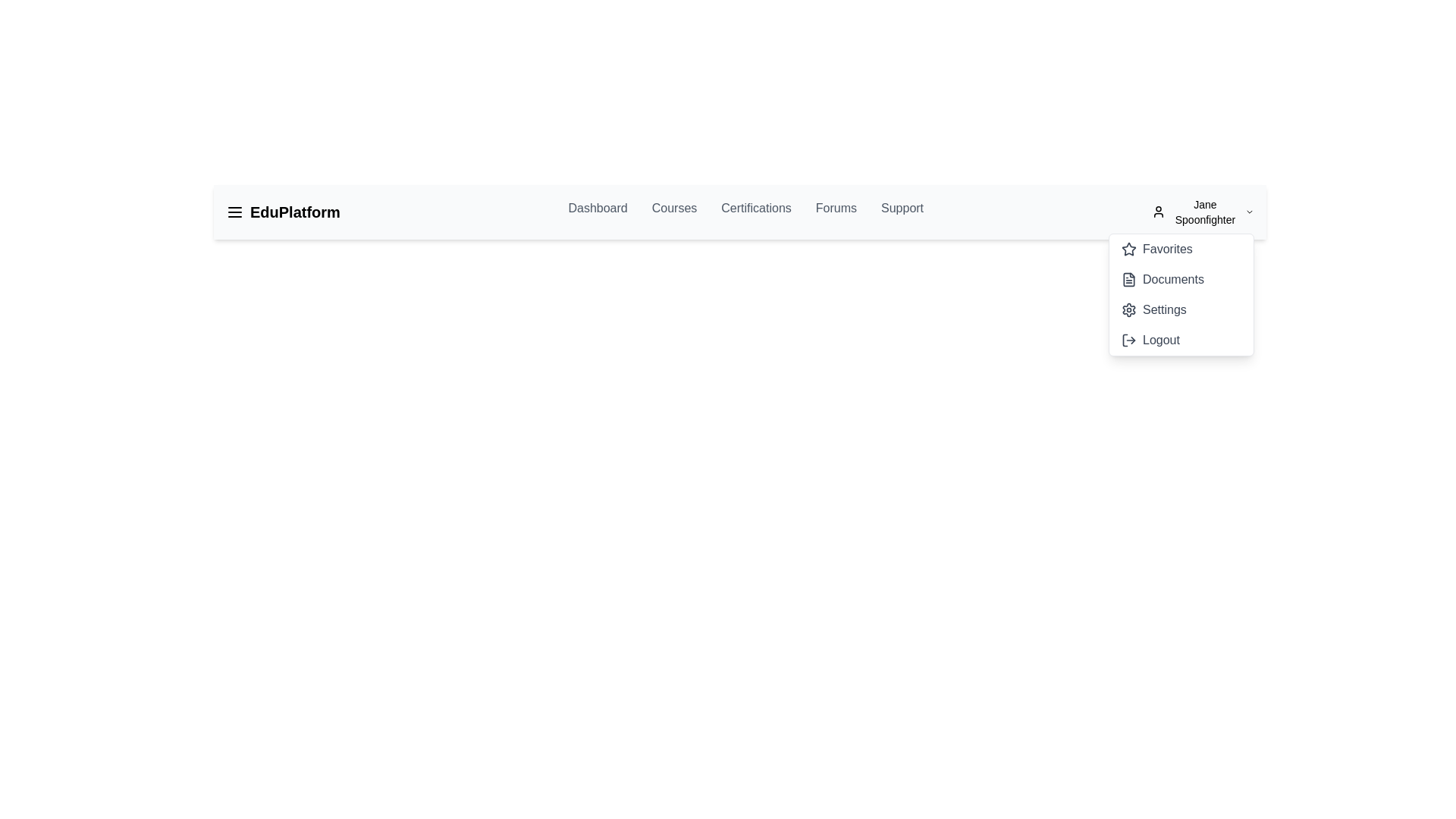  Describe the element at coordinates (1128, 247) in the screenshot. I see `the star icon in the dropdown menu` at that location.